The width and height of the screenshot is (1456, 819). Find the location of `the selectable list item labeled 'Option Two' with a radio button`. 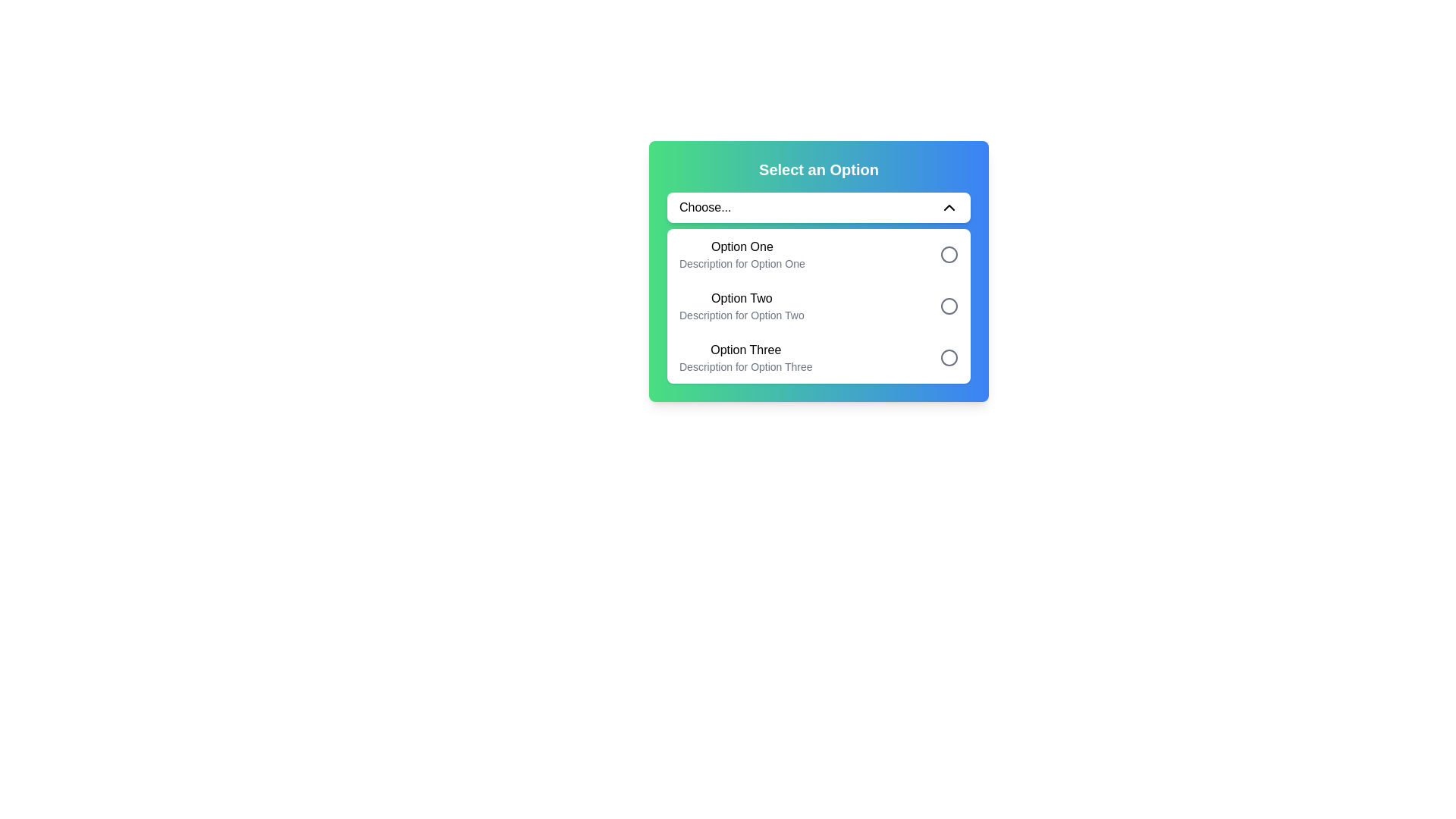

the selectable list item labeled 'Option Two' with a radio button is located at coordinates (818, 306).